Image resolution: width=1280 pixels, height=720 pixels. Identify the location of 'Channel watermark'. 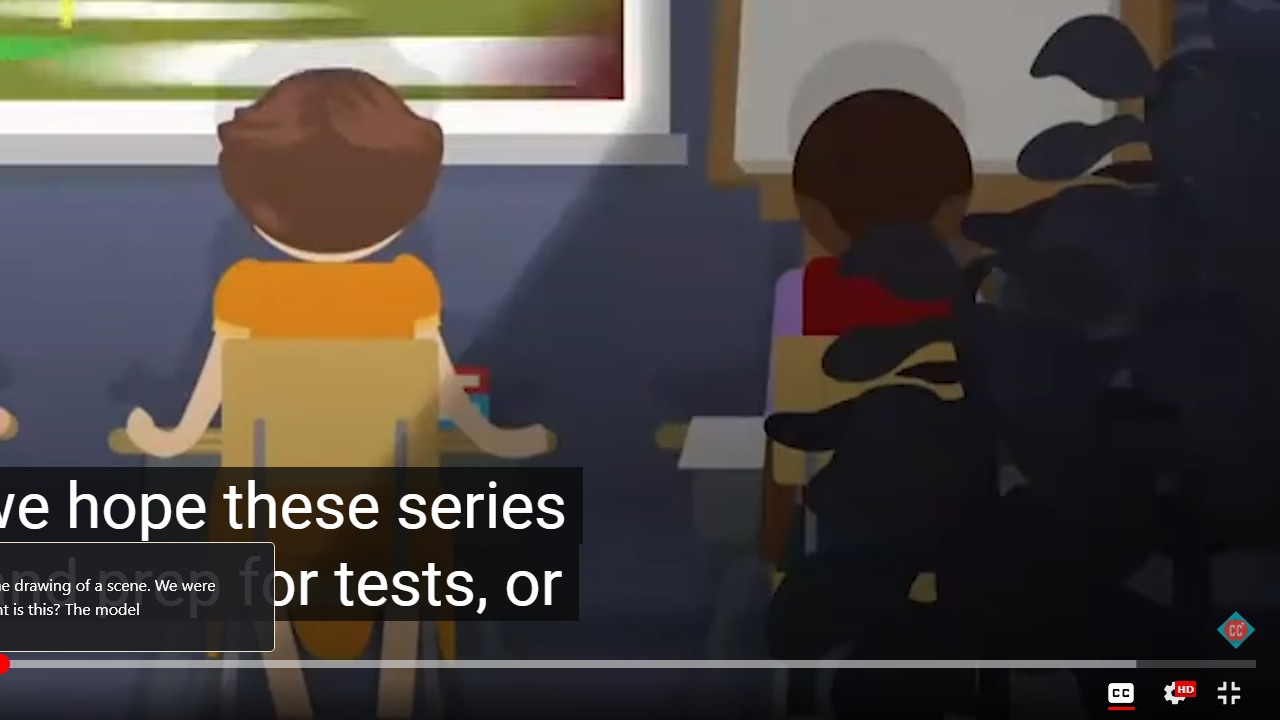
(1234, 630).